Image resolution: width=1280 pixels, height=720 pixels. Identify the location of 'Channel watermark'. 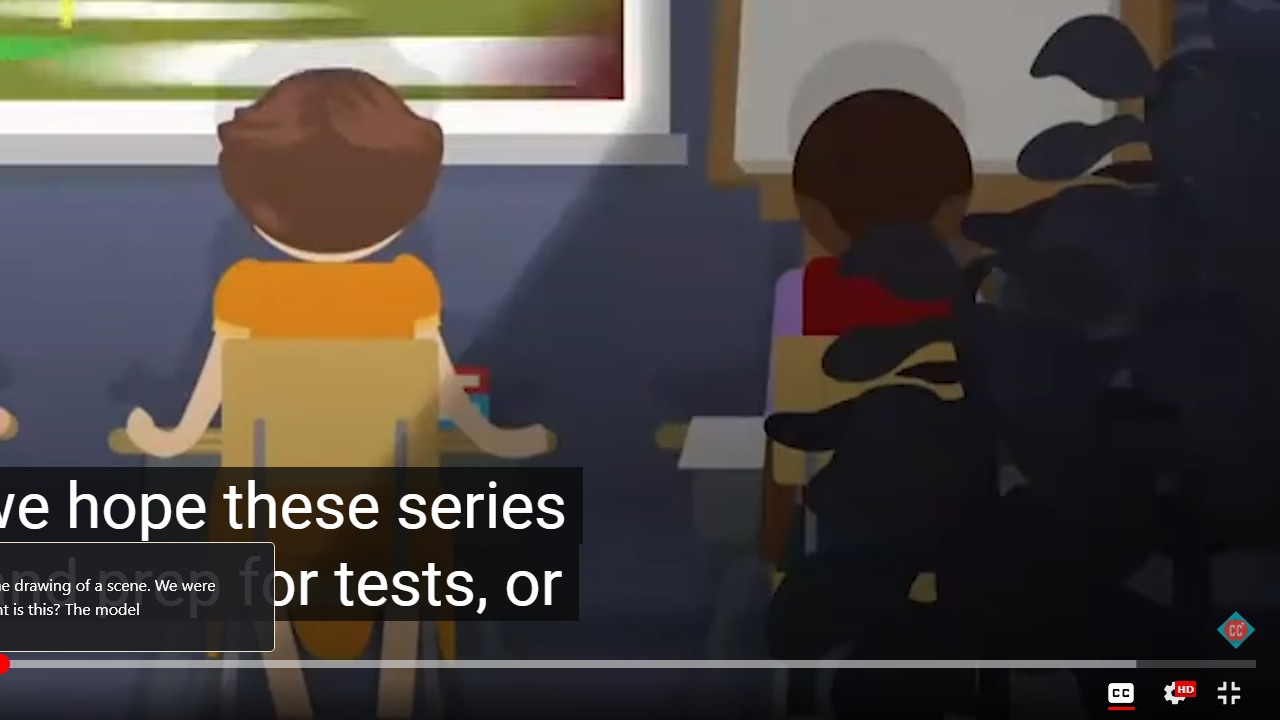
(1234, 630).